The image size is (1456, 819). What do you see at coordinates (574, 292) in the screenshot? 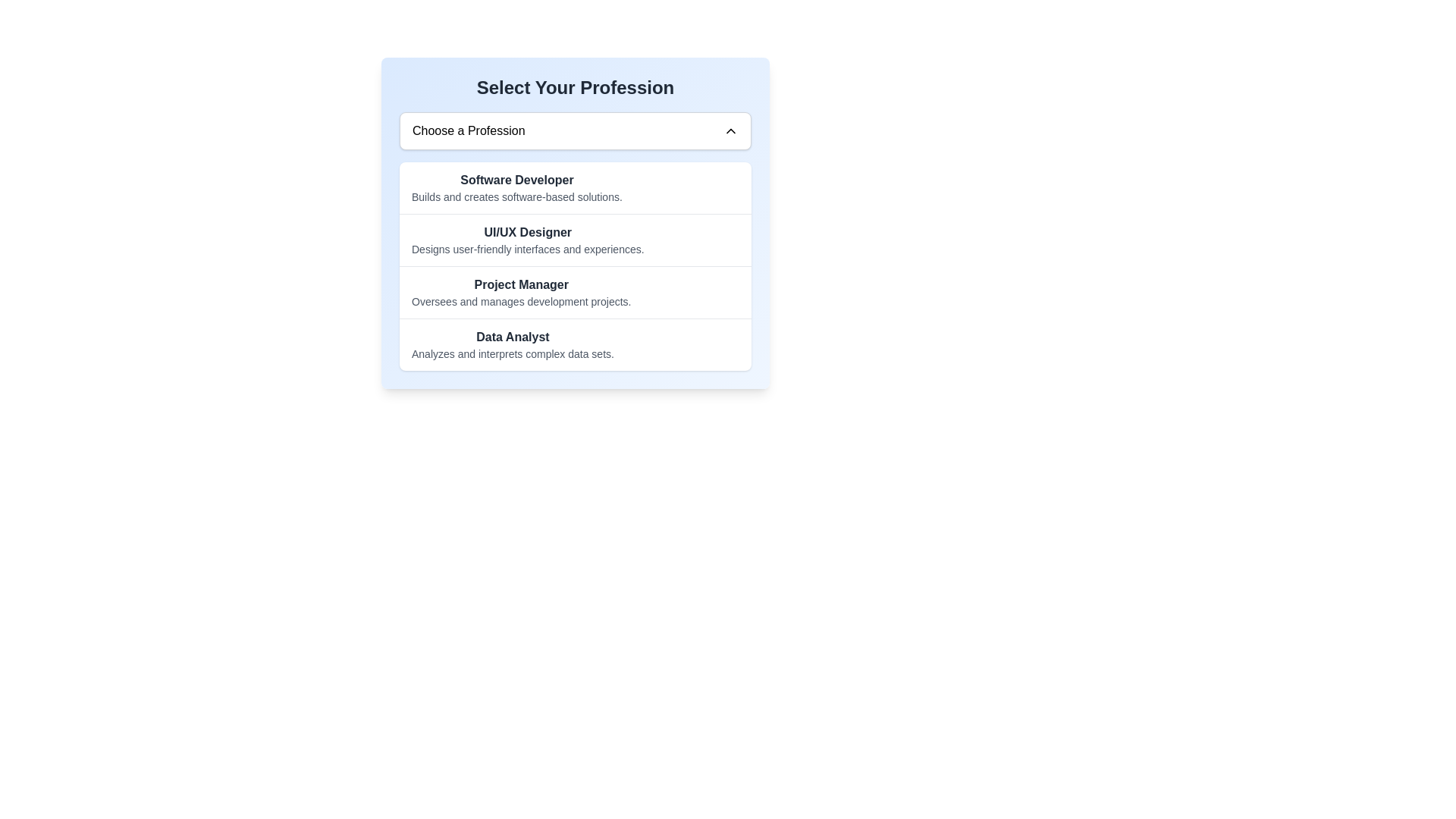
I see `the third item in the vertically stacked selectable list, positioned between 'UI/UX Designer' and 'Data Analyst'` at bounding box center [574, 292].